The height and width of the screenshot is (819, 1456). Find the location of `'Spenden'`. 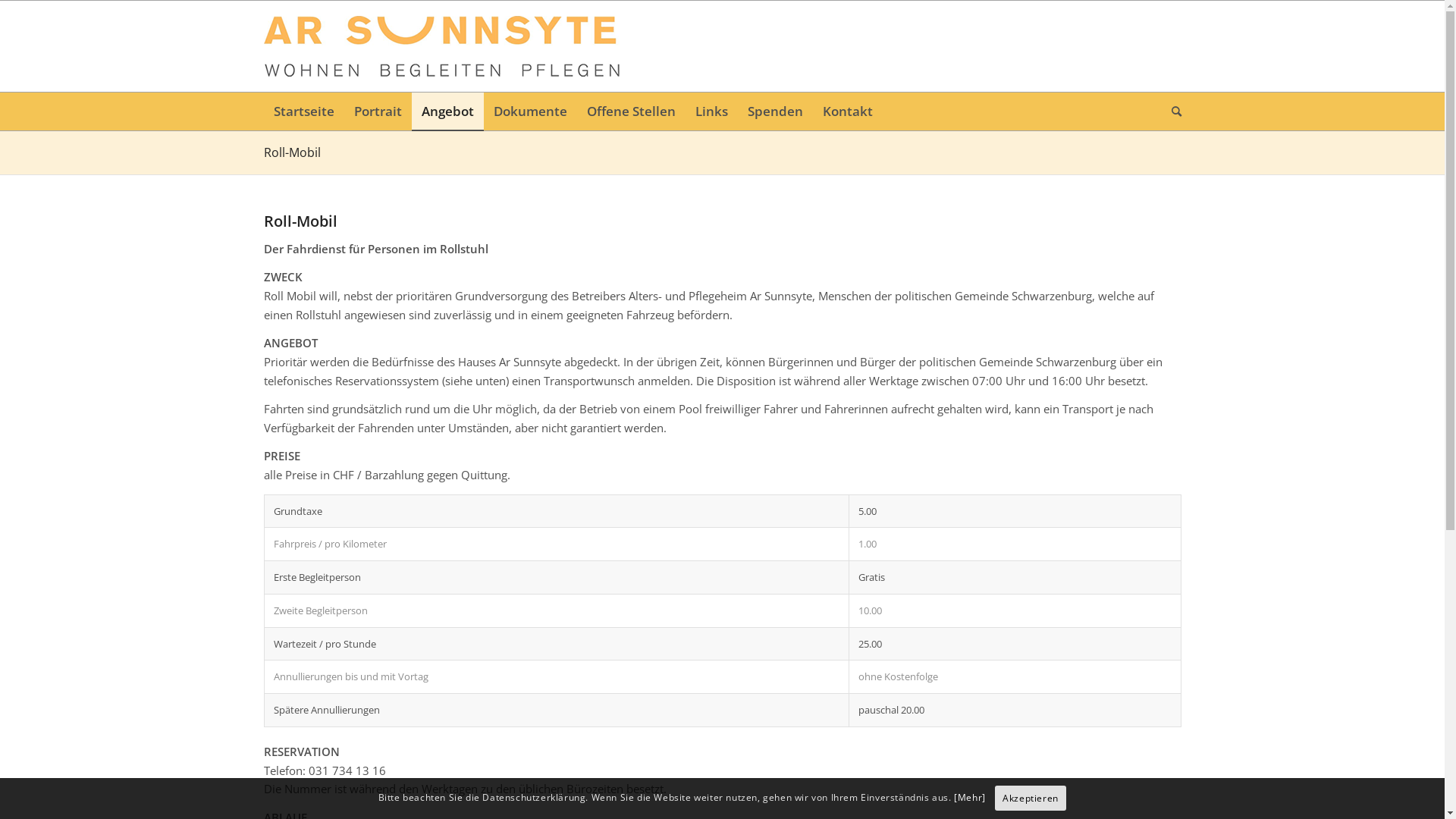

'Spenden' is located at coordinates (774, 110).